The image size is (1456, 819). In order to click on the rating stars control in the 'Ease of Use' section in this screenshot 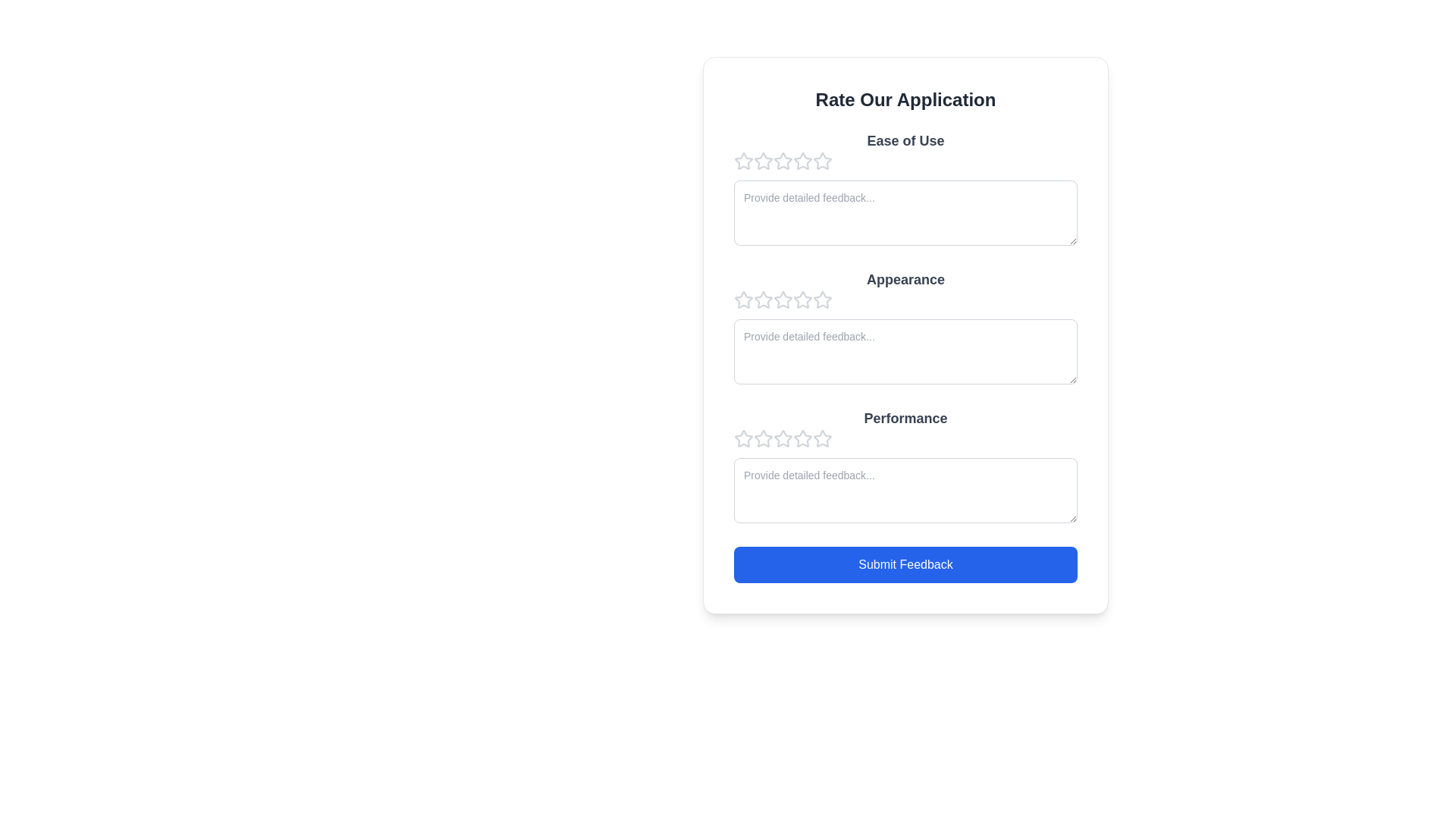, I will do `click(905, 161)`.